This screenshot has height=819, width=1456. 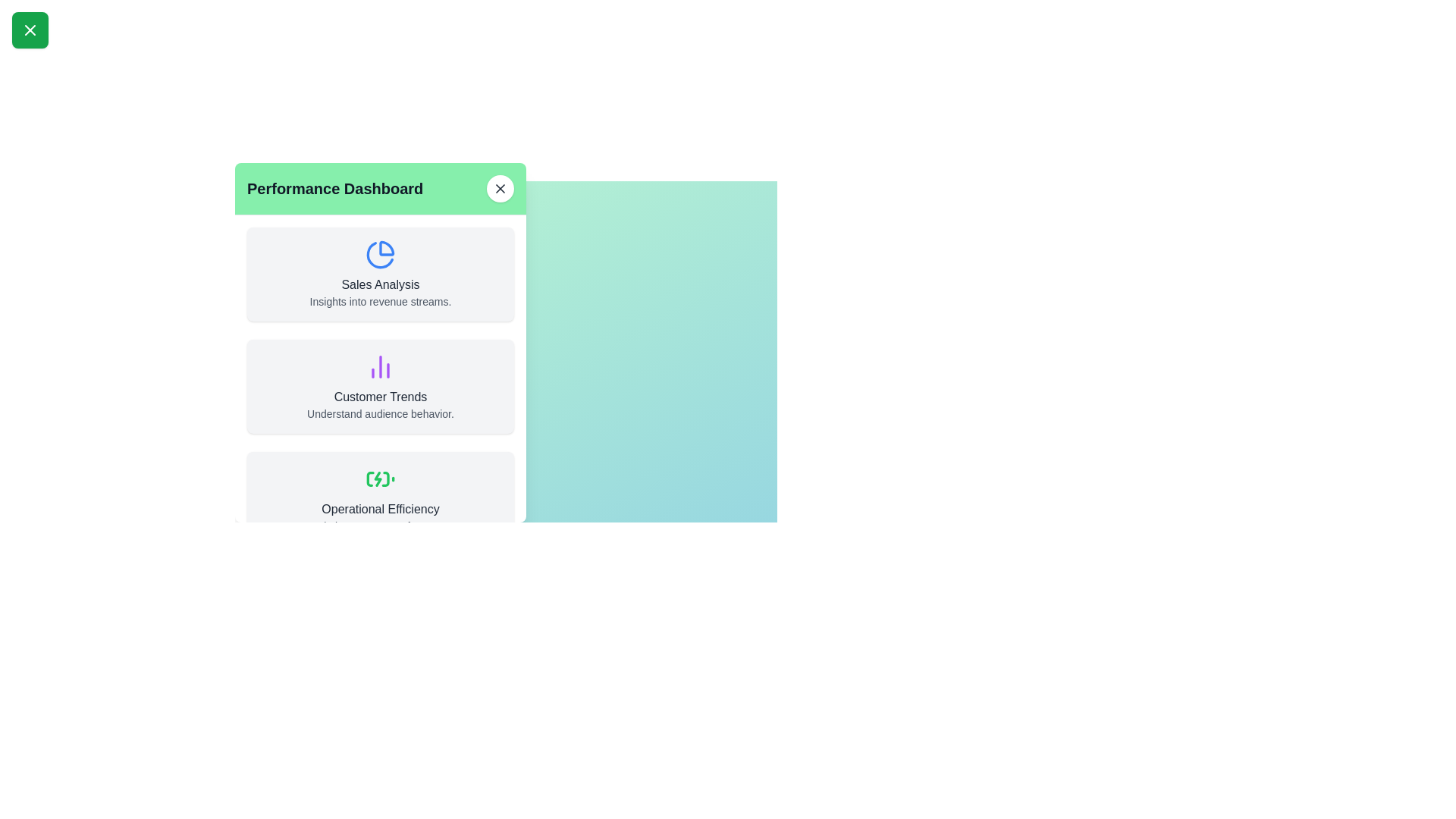 What do you see at coordinates (381, 385) in the screenshot?
I see `the purple bar chart icon at the top of the 'Customer Trends' Card UI component in the 'Performance Dashboard' section` at bounding box center [381, 385].